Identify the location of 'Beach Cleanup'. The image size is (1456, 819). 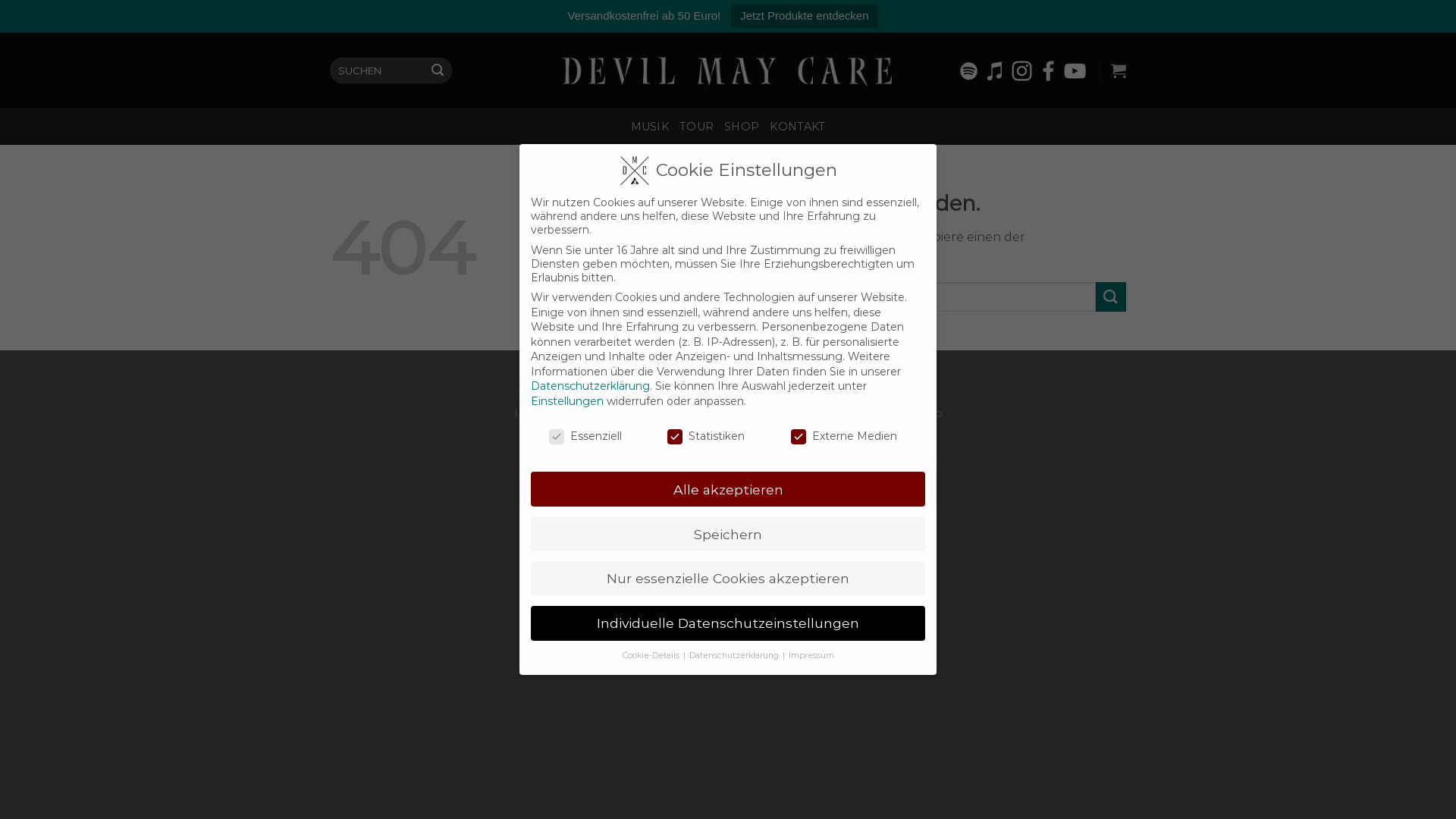
(900, 413).